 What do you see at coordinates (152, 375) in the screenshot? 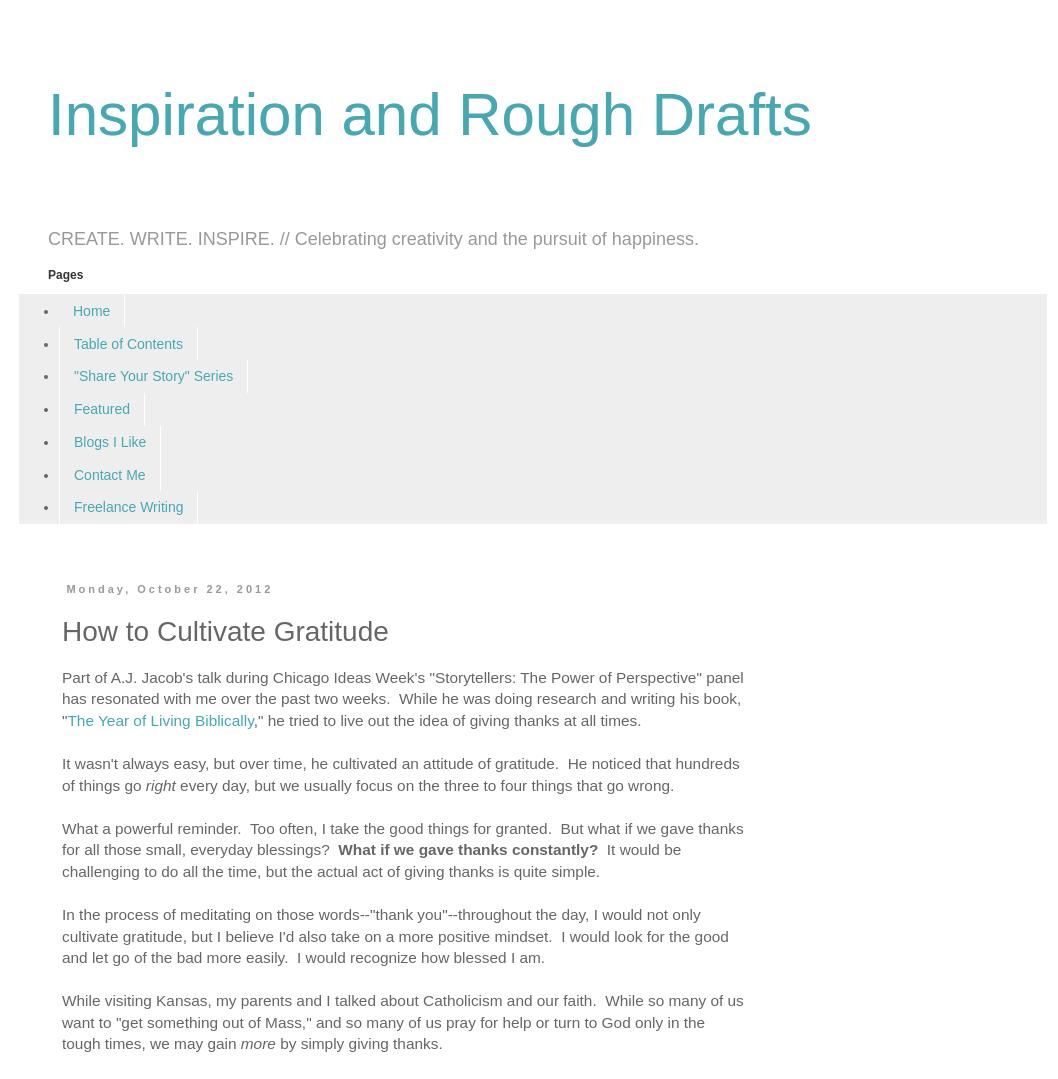
I see `'"Share Your Story" Series'` at bounding box center [152, 375].